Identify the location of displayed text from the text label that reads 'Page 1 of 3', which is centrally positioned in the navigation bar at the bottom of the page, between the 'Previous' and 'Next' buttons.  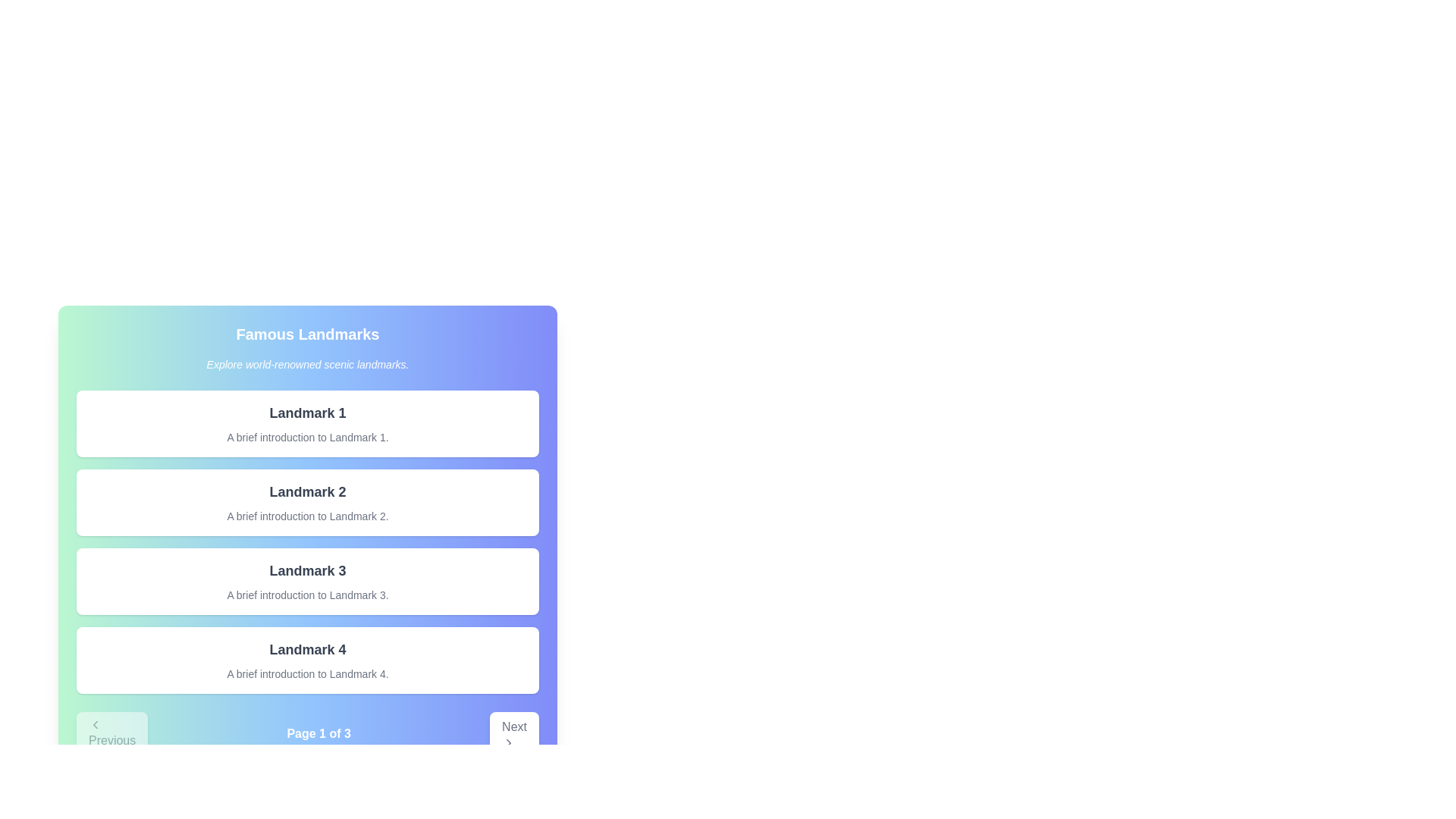
(318, 733).